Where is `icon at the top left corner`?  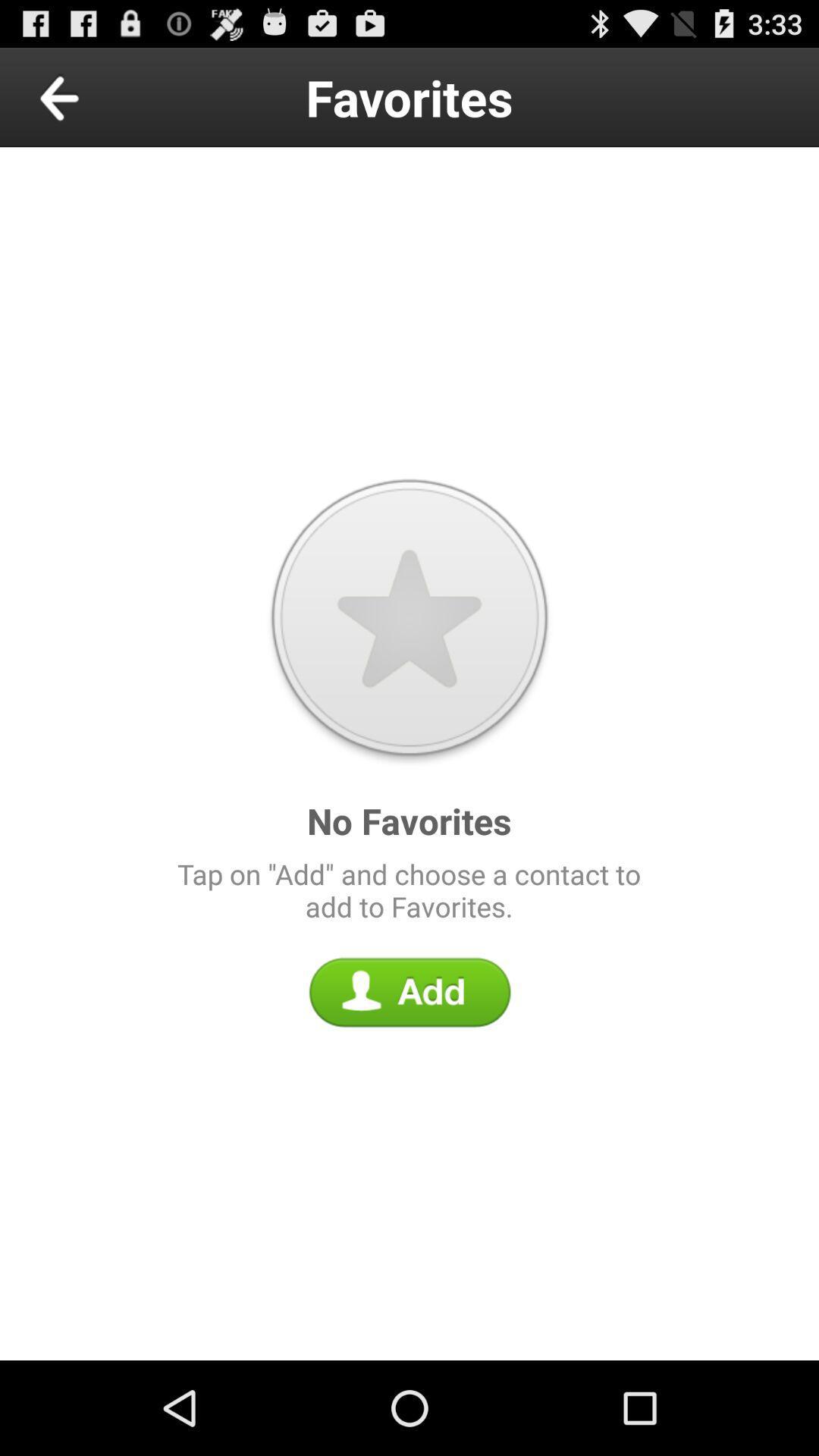 icon at the top left corner is located at coordinates (94, 96).